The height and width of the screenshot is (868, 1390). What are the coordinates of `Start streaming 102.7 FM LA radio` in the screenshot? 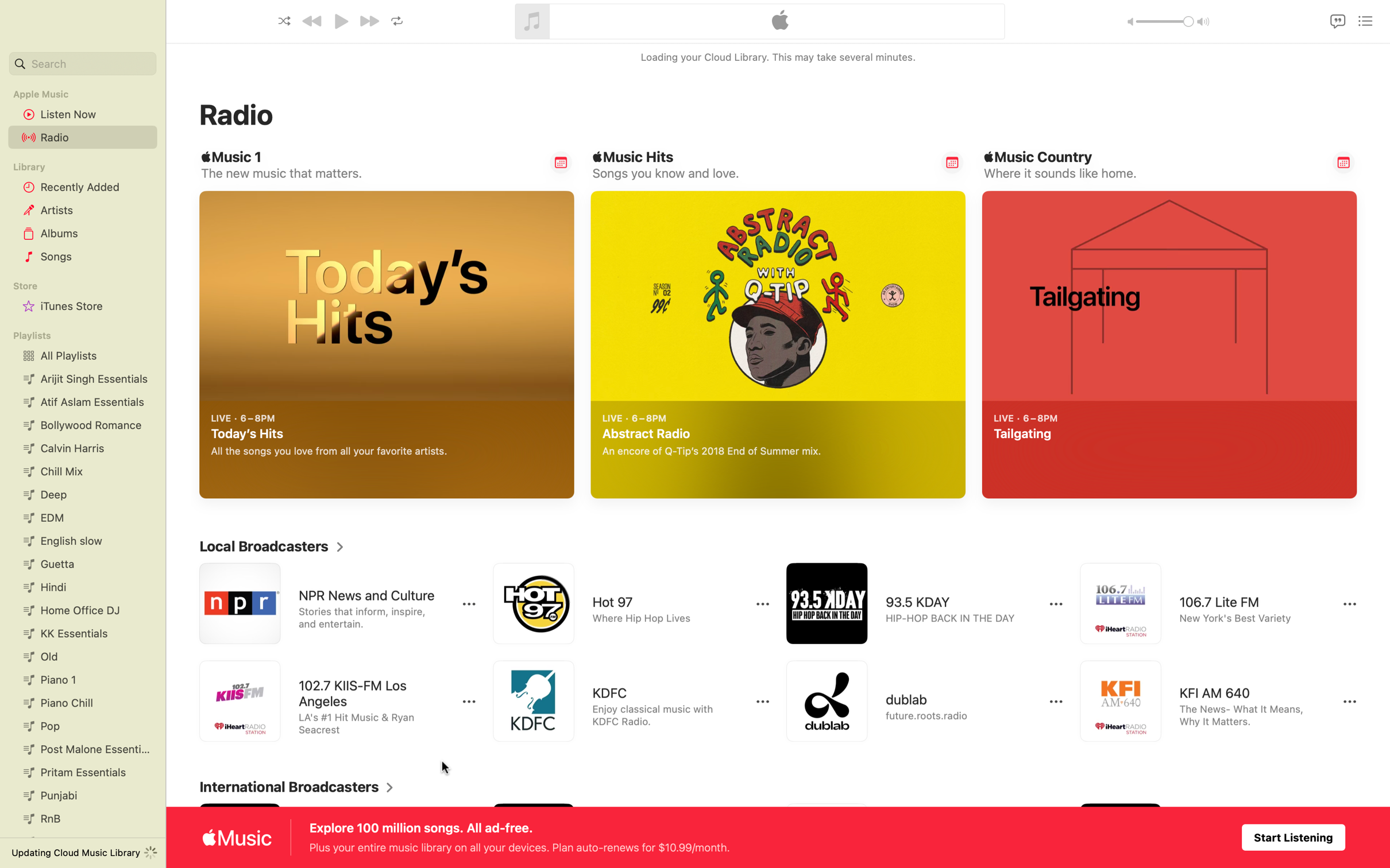 It's located at (325, 702).